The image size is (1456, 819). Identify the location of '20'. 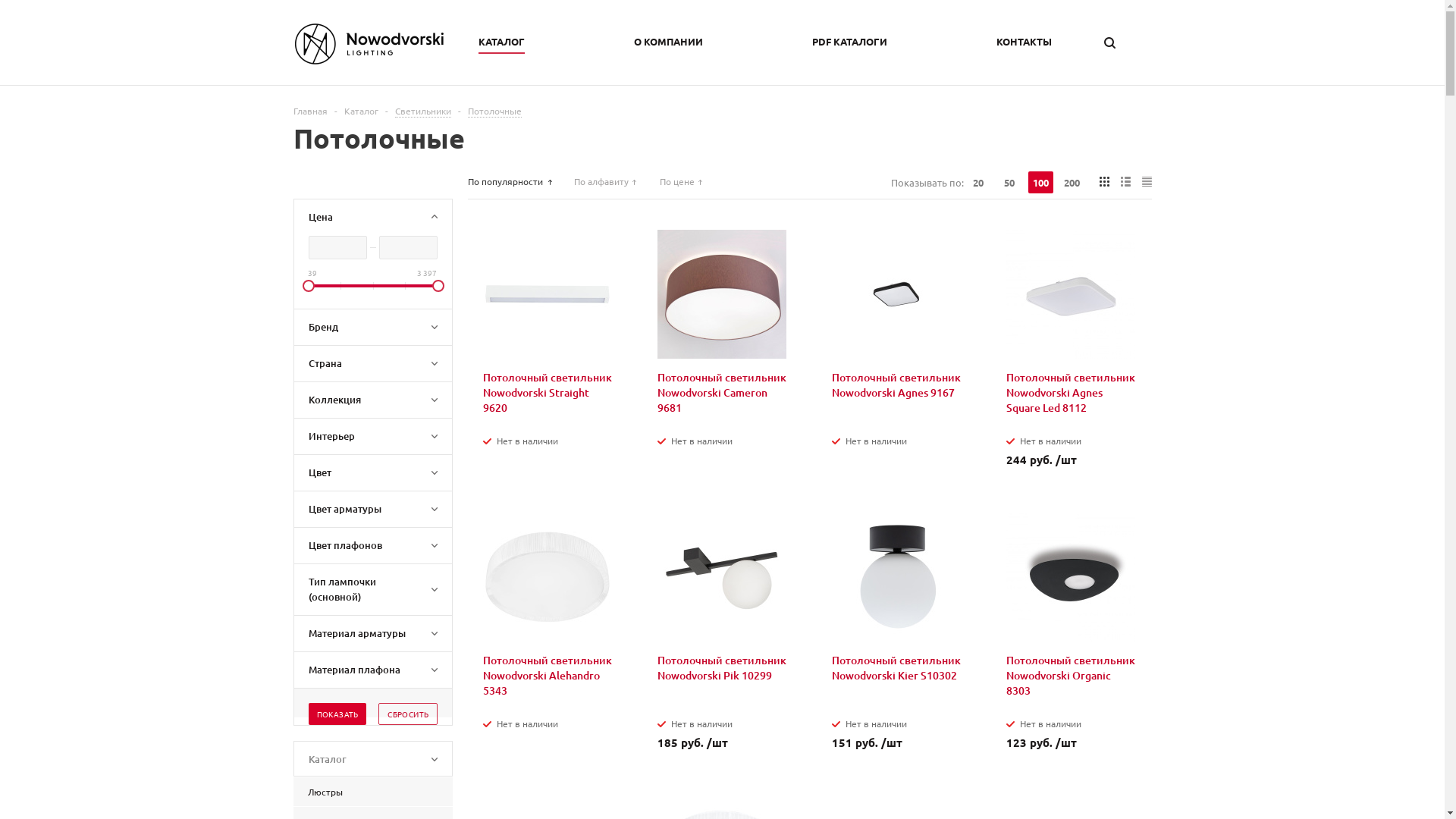
(978, 181).